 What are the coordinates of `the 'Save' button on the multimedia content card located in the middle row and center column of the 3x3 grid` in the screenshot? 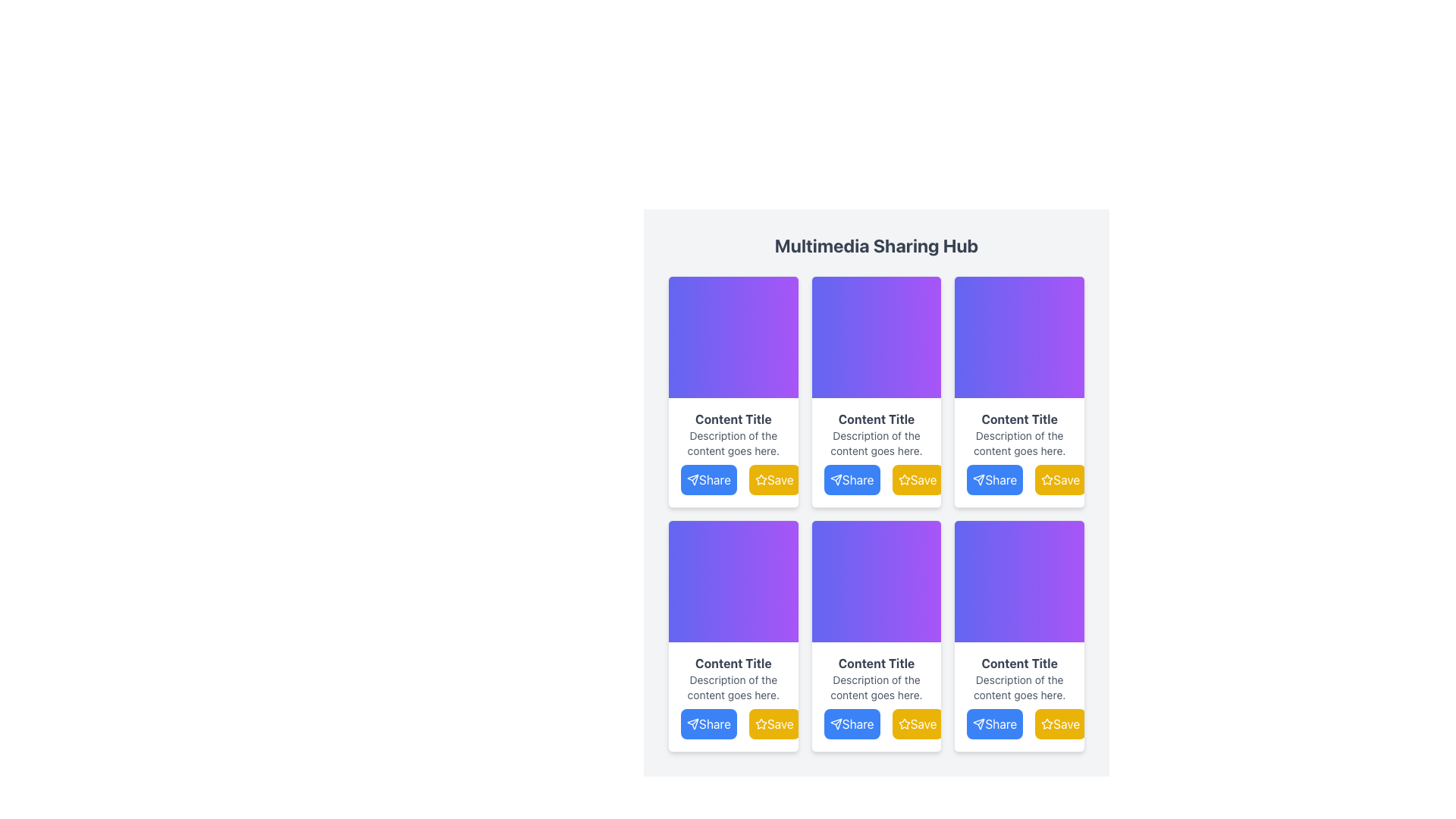 It's located at (877, 636).